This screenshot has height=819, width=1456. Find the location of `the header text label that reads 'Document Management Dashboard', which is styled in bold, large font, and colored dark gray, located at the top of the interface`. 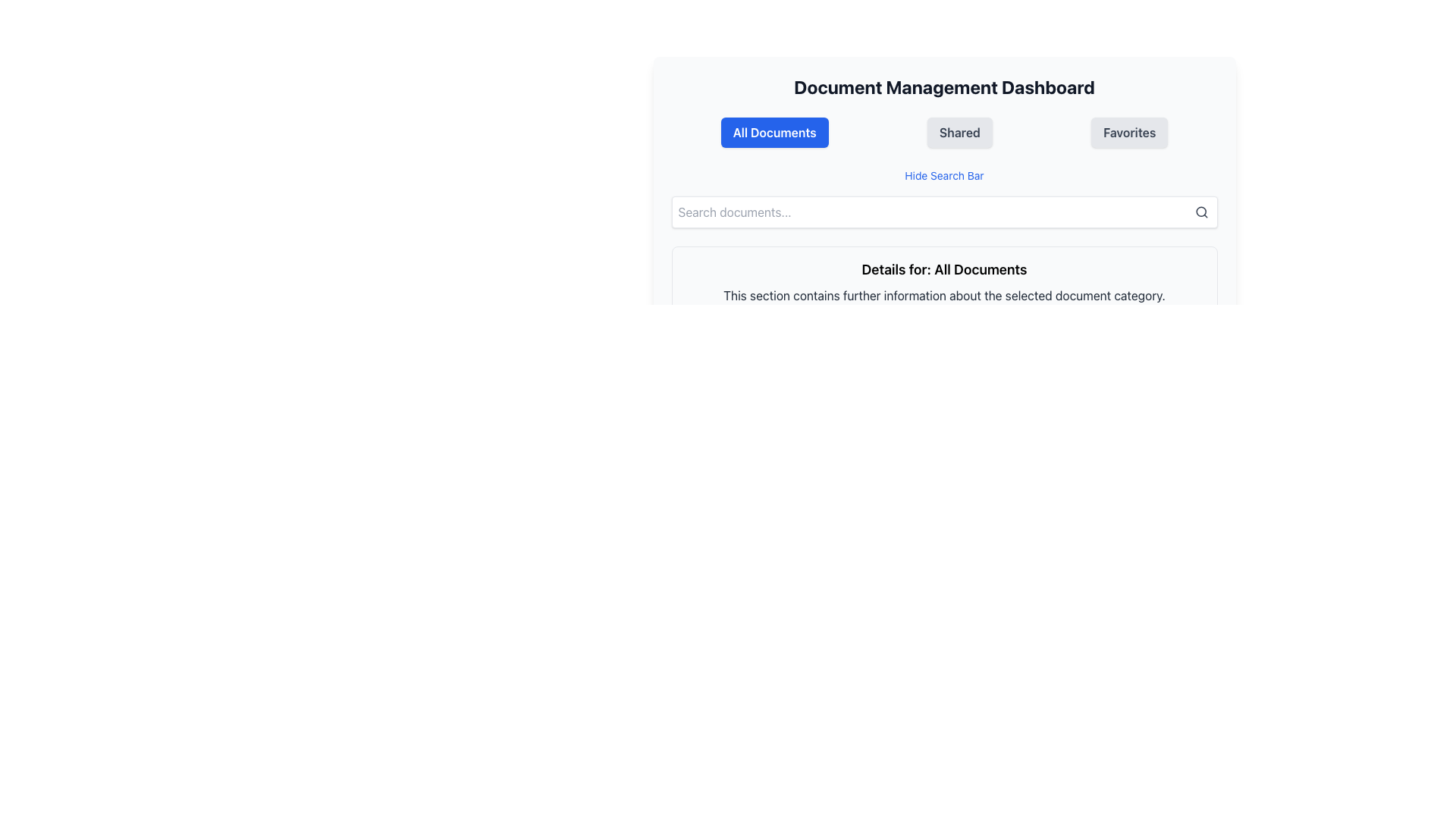

the header text label that reads 'Document Management Dashboard', which is styled in bold, large font, and colored dark gray, located at the top of the interface is located at coordinates (943, 87).